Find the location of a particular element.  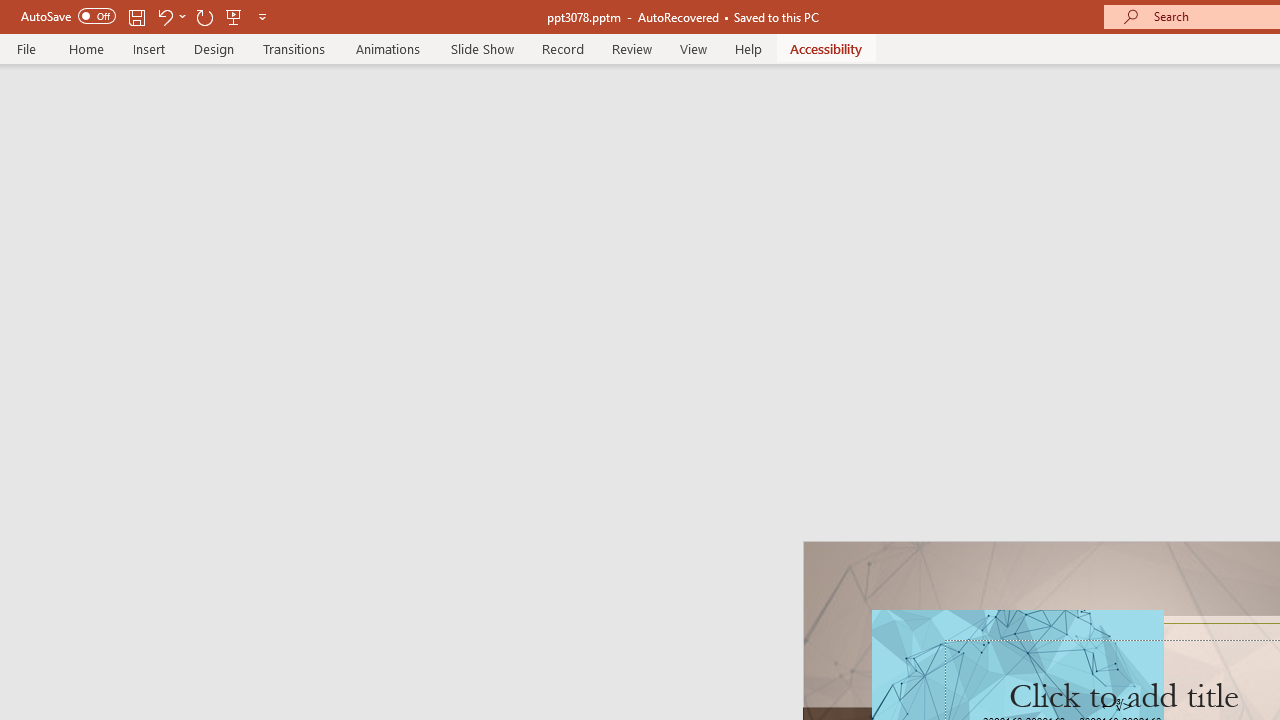

'From Beginning' is located at coordinates (234, 16).